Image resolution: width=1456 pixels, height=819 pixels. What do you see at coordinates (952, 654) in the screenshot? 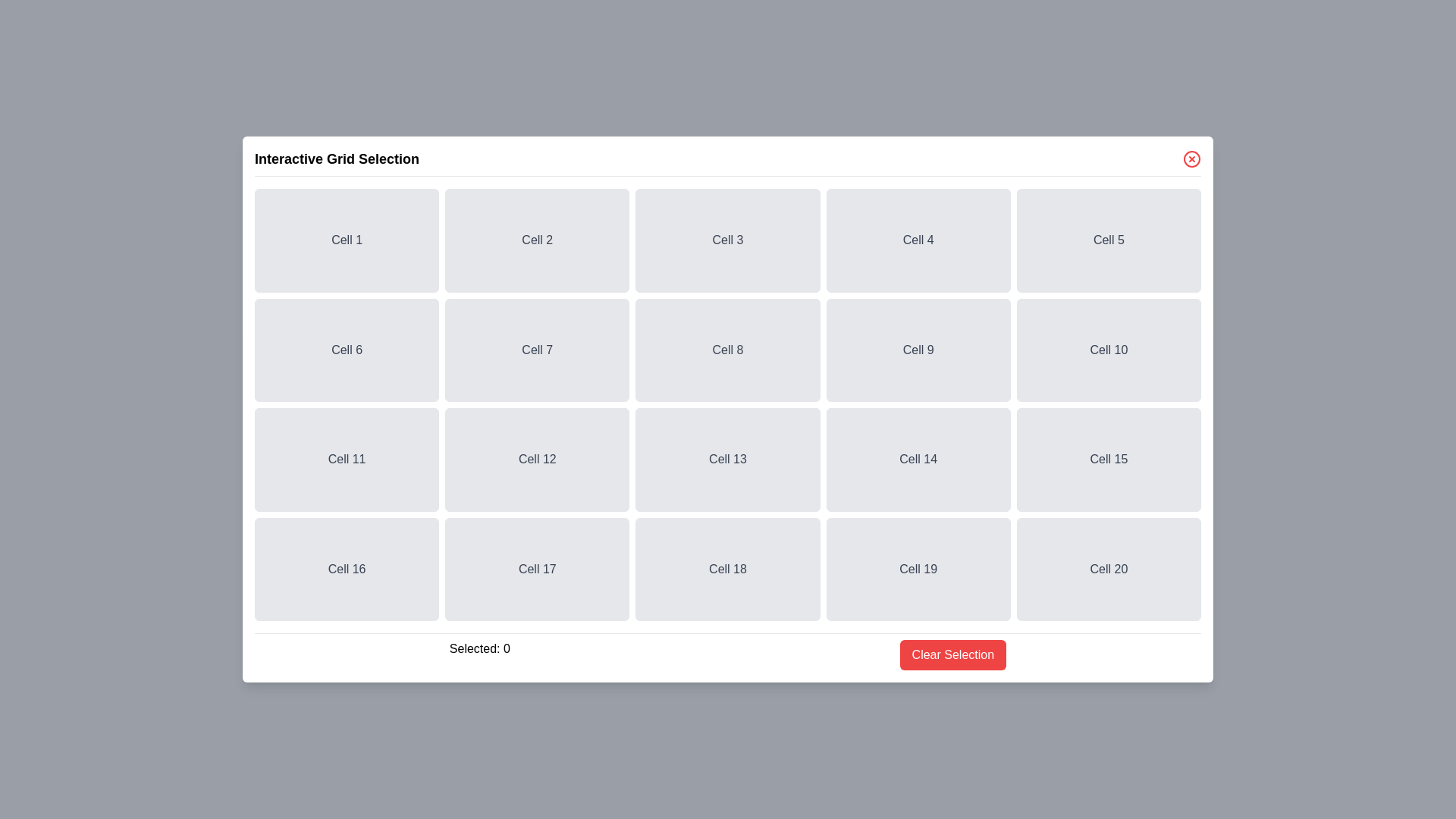
I see `the 'Clear Selection' button to clear all selected cells` at bounding box center [952, 654].